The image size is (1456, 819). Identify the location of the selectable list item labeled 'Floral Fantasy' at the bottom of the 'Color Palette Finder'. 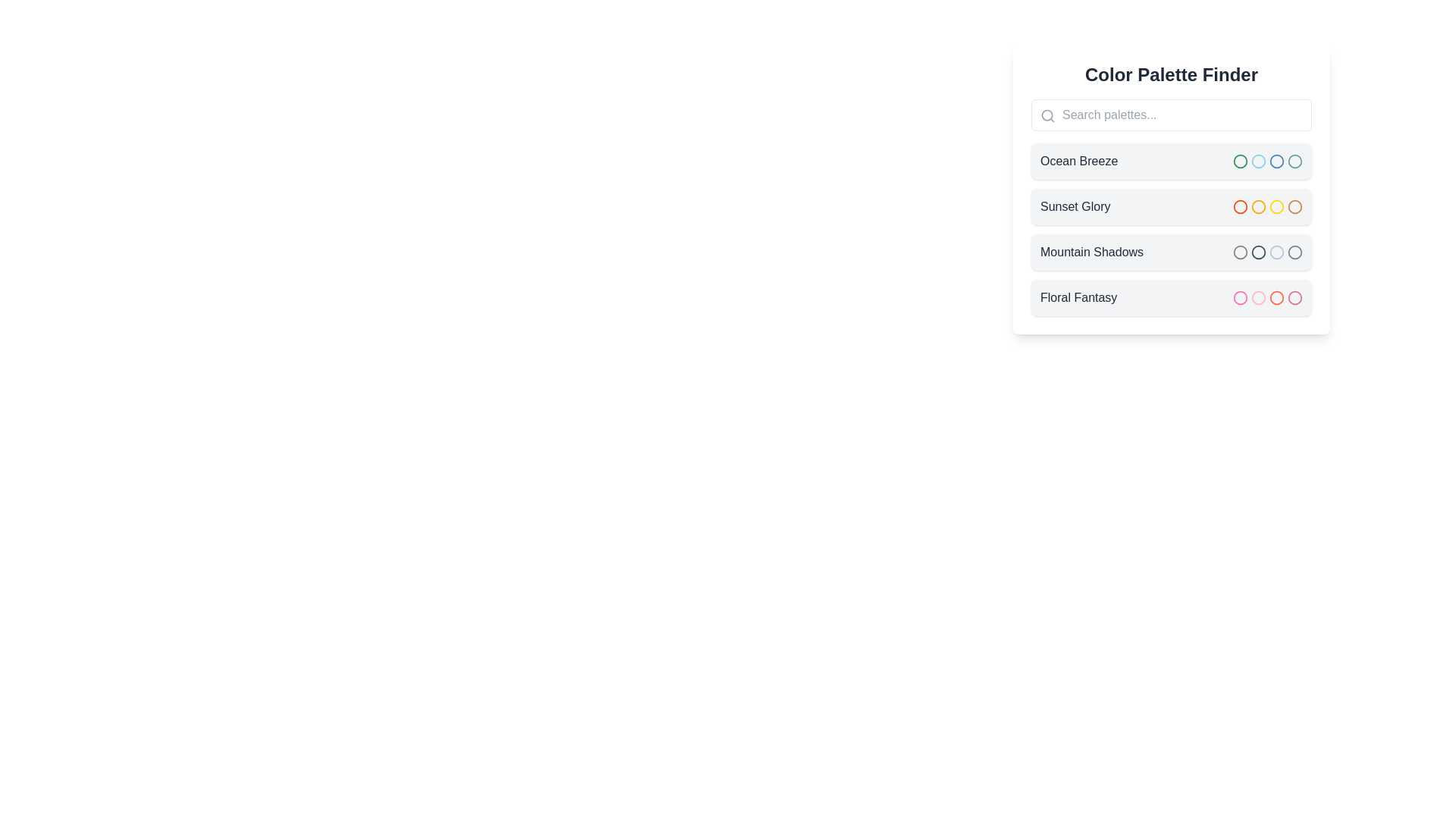
(1171, 298).